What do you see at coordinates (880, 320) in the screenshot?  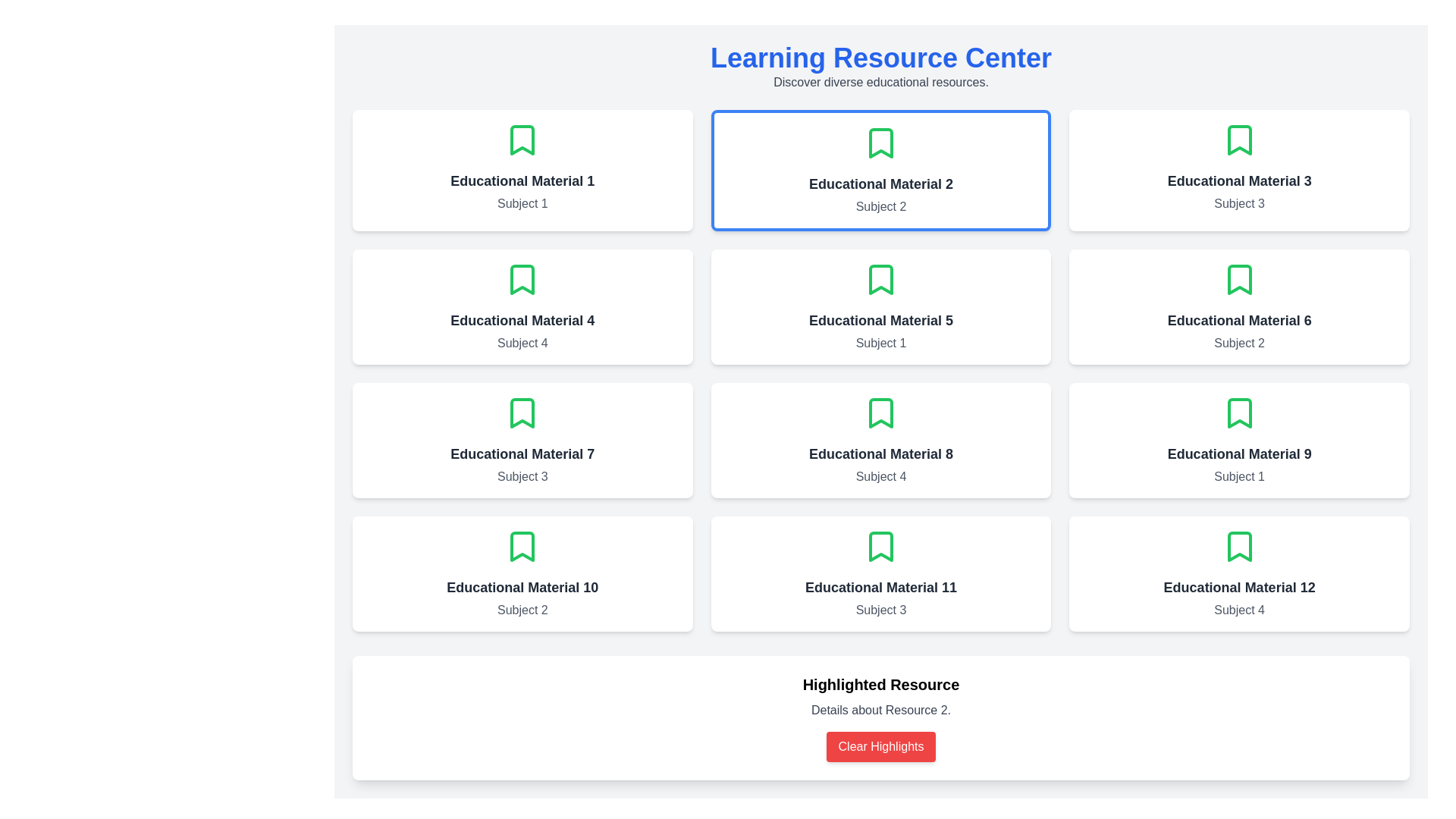 I see `the bold text label reading 'Educational Material 5' which is centered in a rectangular card located in the second column of the second row of the grid layout` at bounding box center [880, 320].